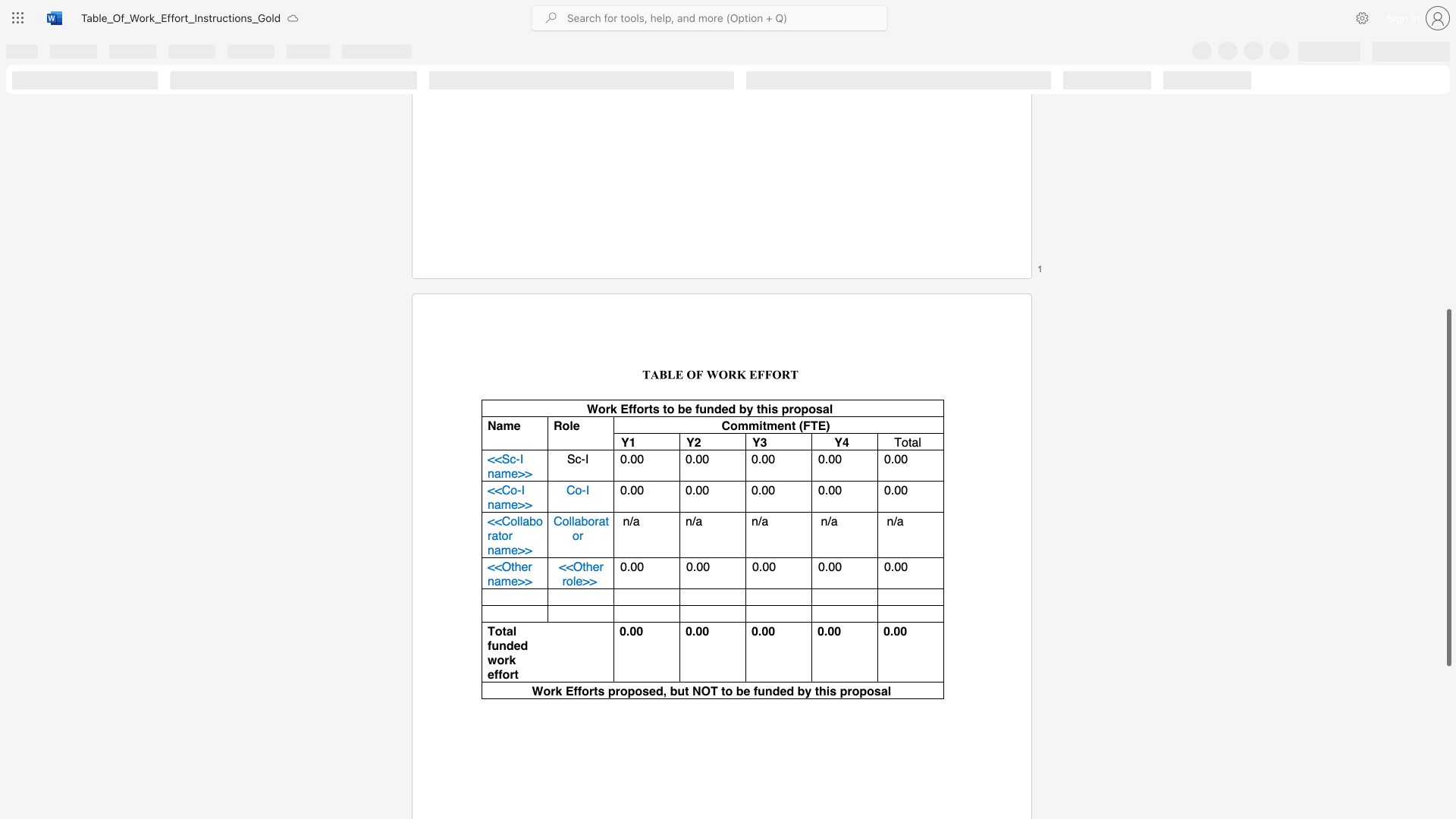 This screenshot has width=1456, height=819. I want to click on the scrollbar and move down 400 pixels, so click(1448, 488).